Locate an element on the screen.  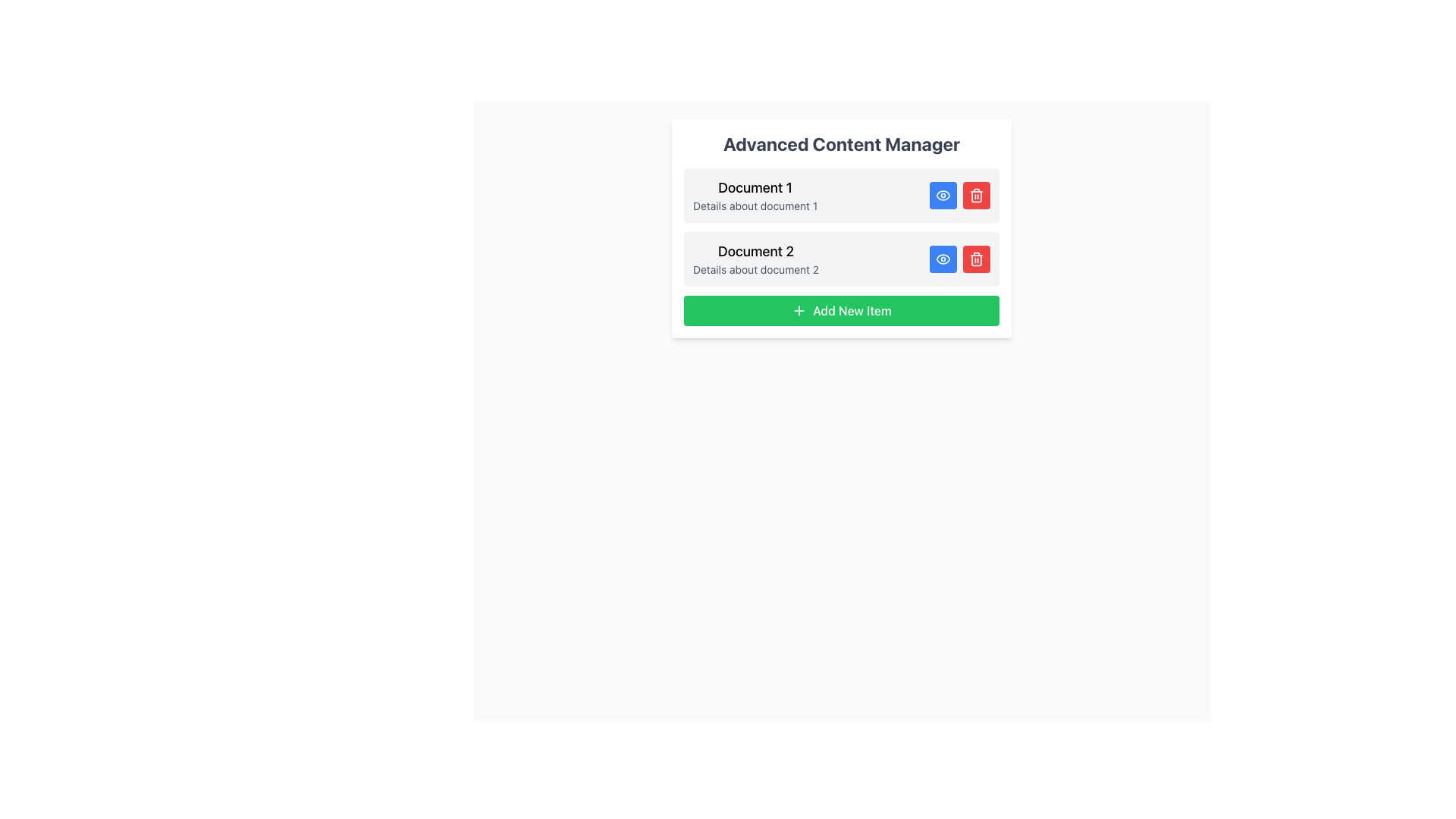
the trash icon element, which is a rectangular shape with rounded corners, colored red, located on the right side of 'Document 2' in the Advanced Content Manager UI is located at coordinates (976, 259).